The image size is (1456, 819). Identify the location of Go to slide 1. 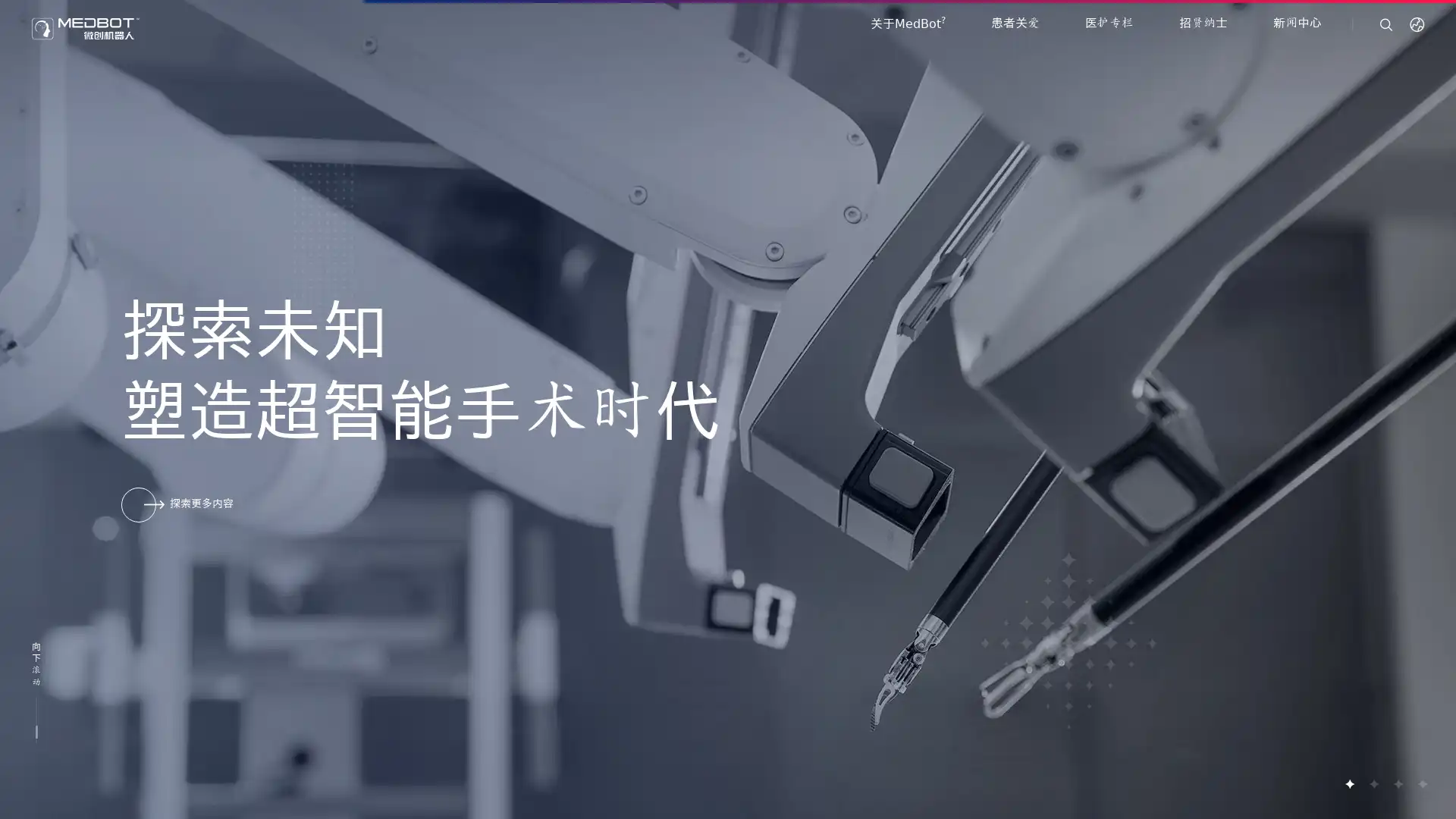
(1349, 783).